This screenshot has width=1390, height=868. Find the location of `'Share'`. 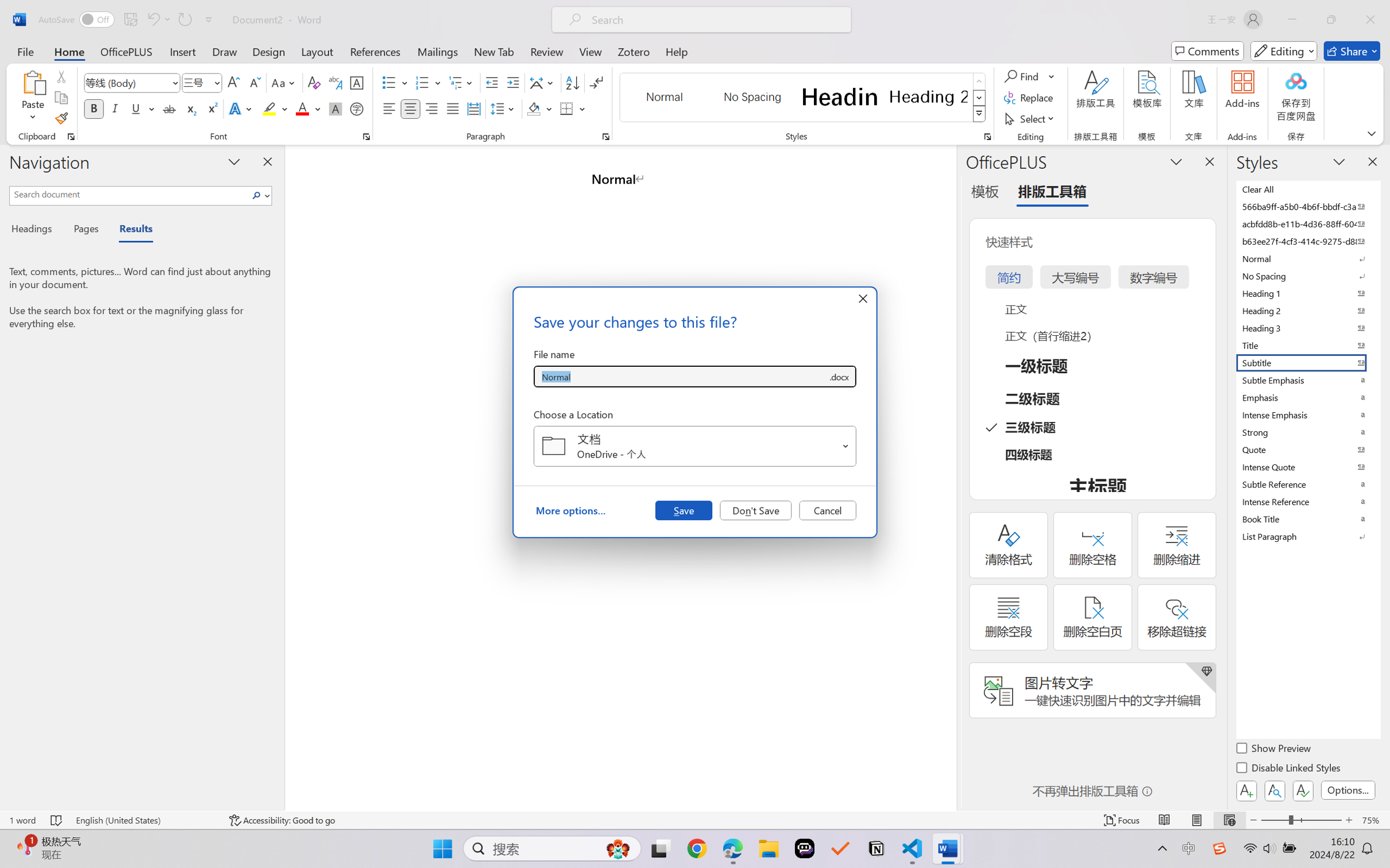

'Share' is located at coordinates (1351, 51).